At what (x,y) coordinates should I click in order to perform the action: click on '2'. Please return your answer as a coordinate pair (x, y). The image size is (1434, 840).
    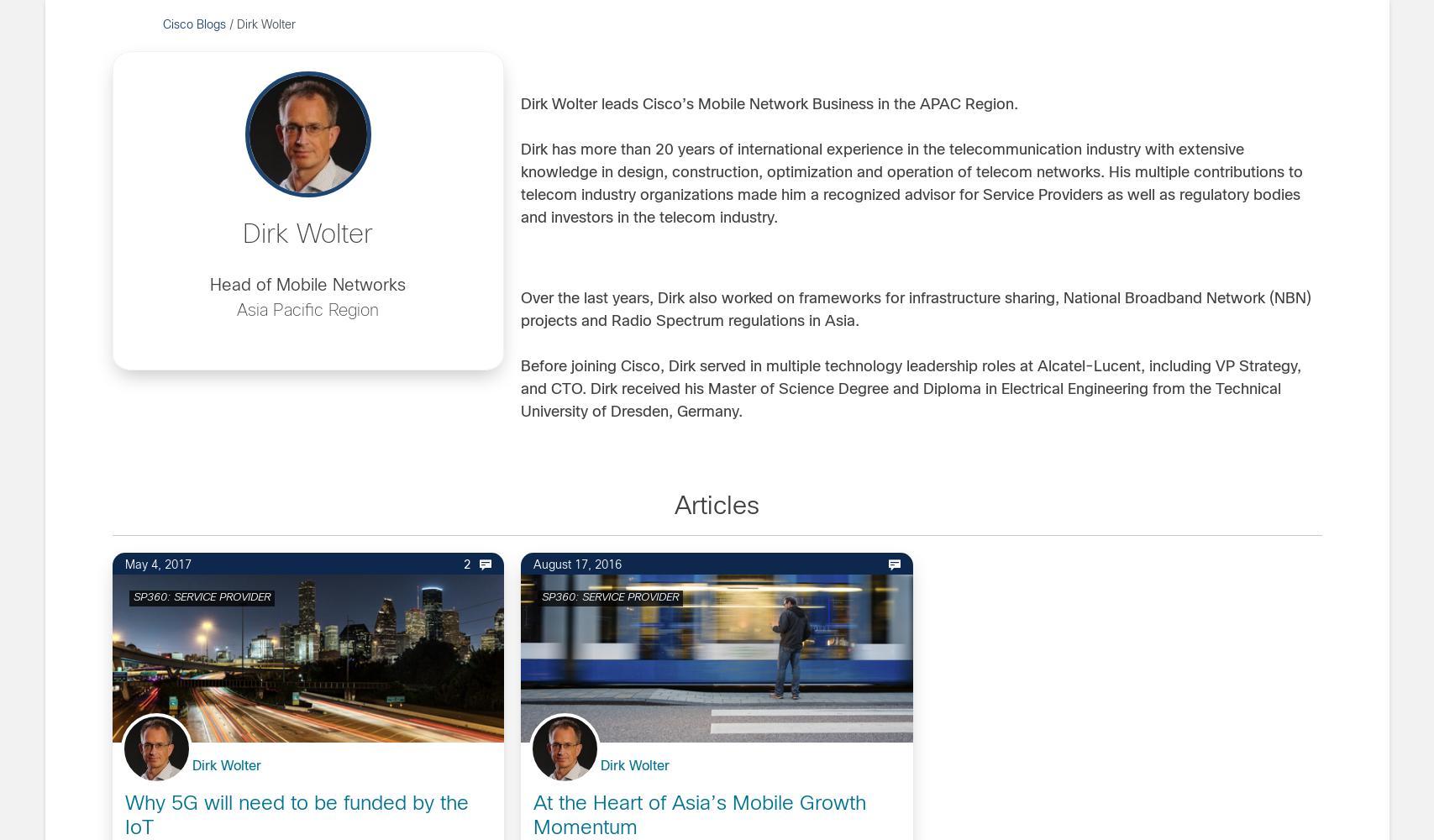
    Looking at the image, I should click on (466, 565).